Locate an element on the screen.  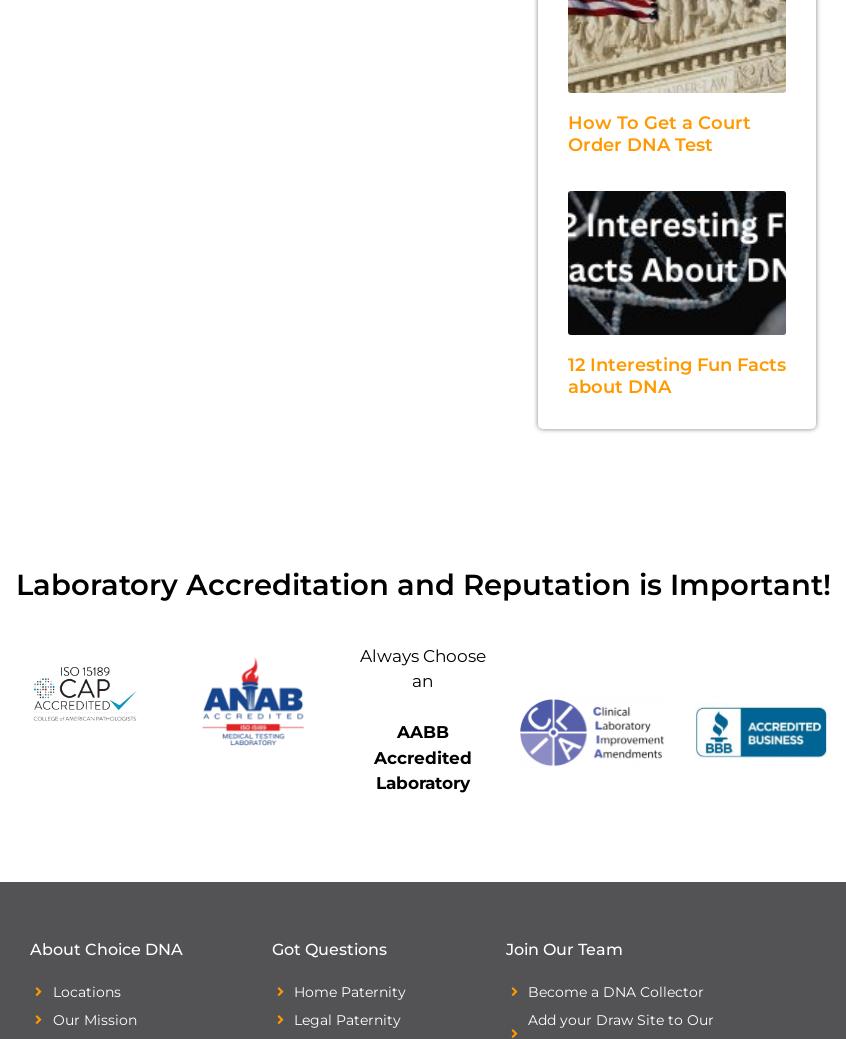
'How To Get a Court Order DNA Test' is located at coordinates (658, 132).